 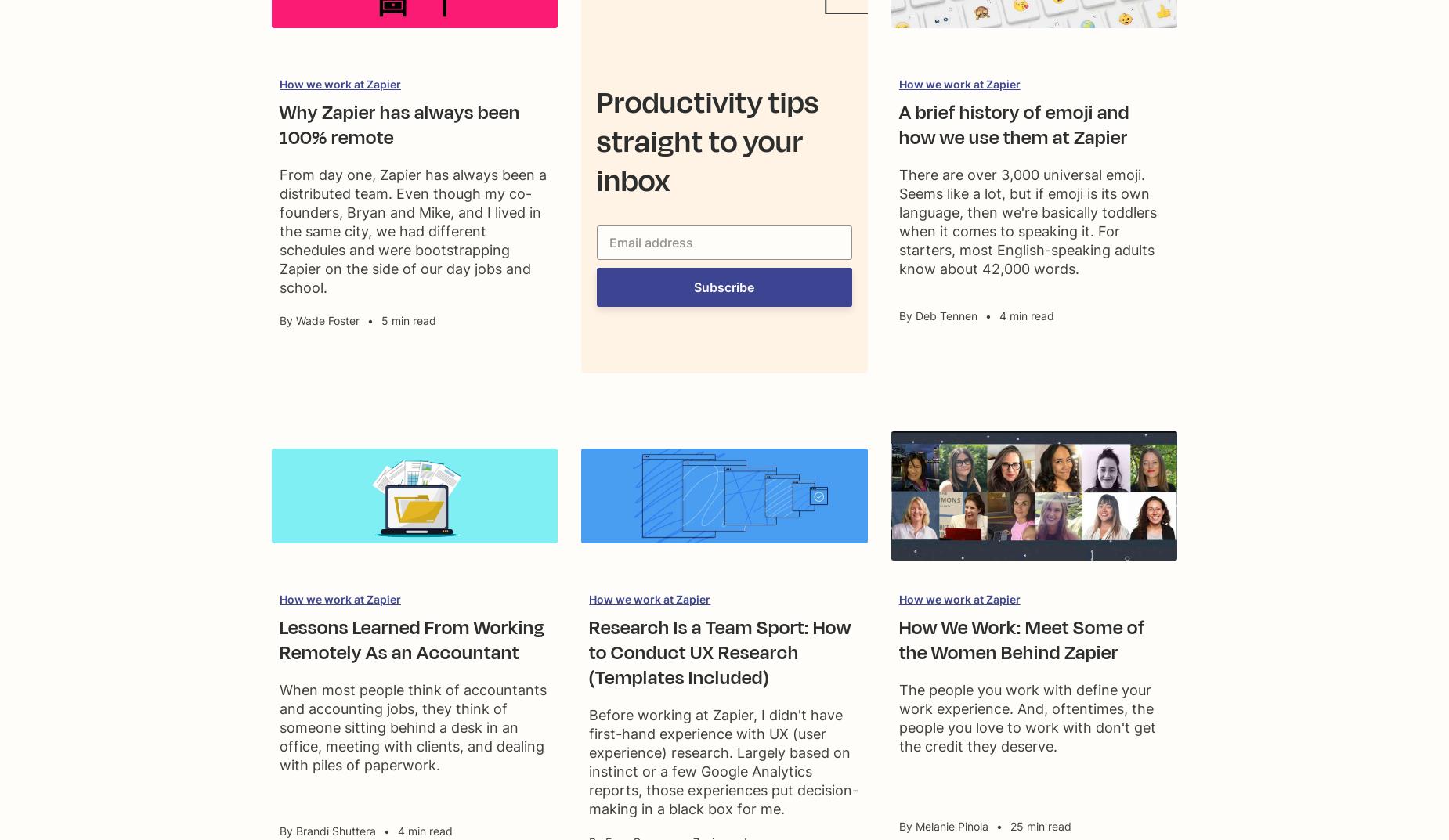 I want to click on 'Brandi Shuttera', so click(x=335, y=831).